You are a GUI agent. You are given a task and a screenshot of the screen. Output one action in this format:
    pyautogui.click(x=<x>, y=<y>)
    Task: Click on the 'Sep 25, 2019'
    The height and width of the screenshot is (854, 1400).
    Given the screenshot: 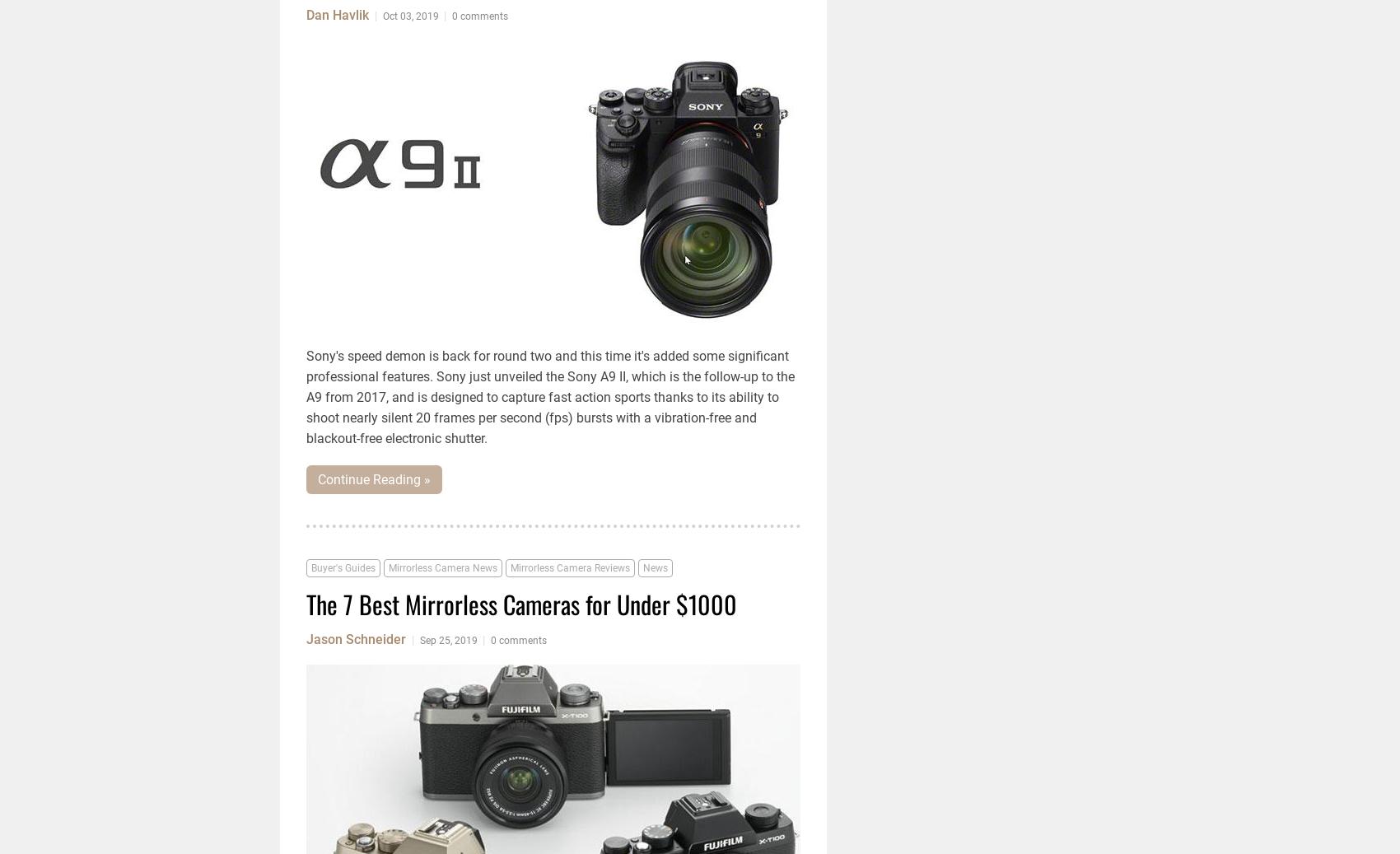 What is the action you would take?
    pyautogui.click(x=448, y=640)
    